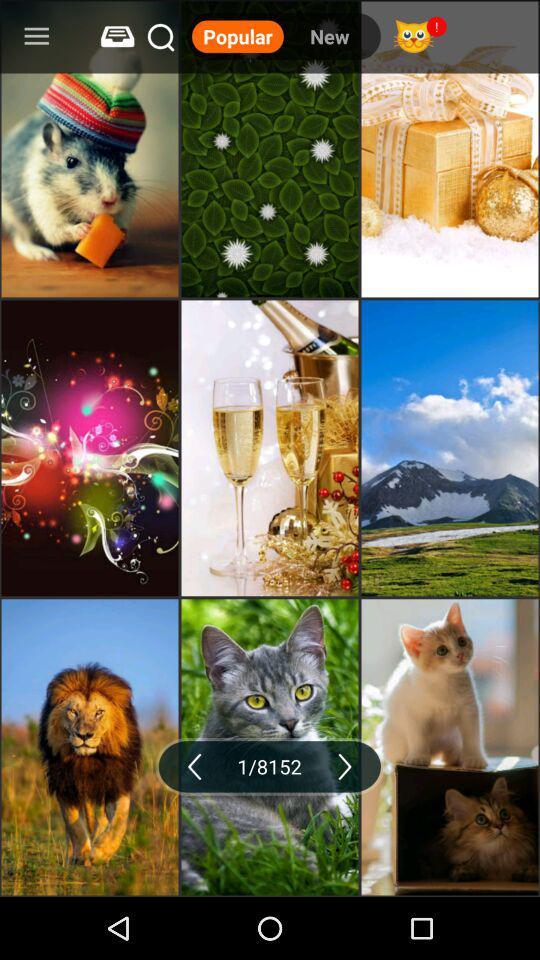 This screenshot has height=960, width=540. Describe the element at coordinates (237, 35) in the screenshot. I see `item next to new` at that location.